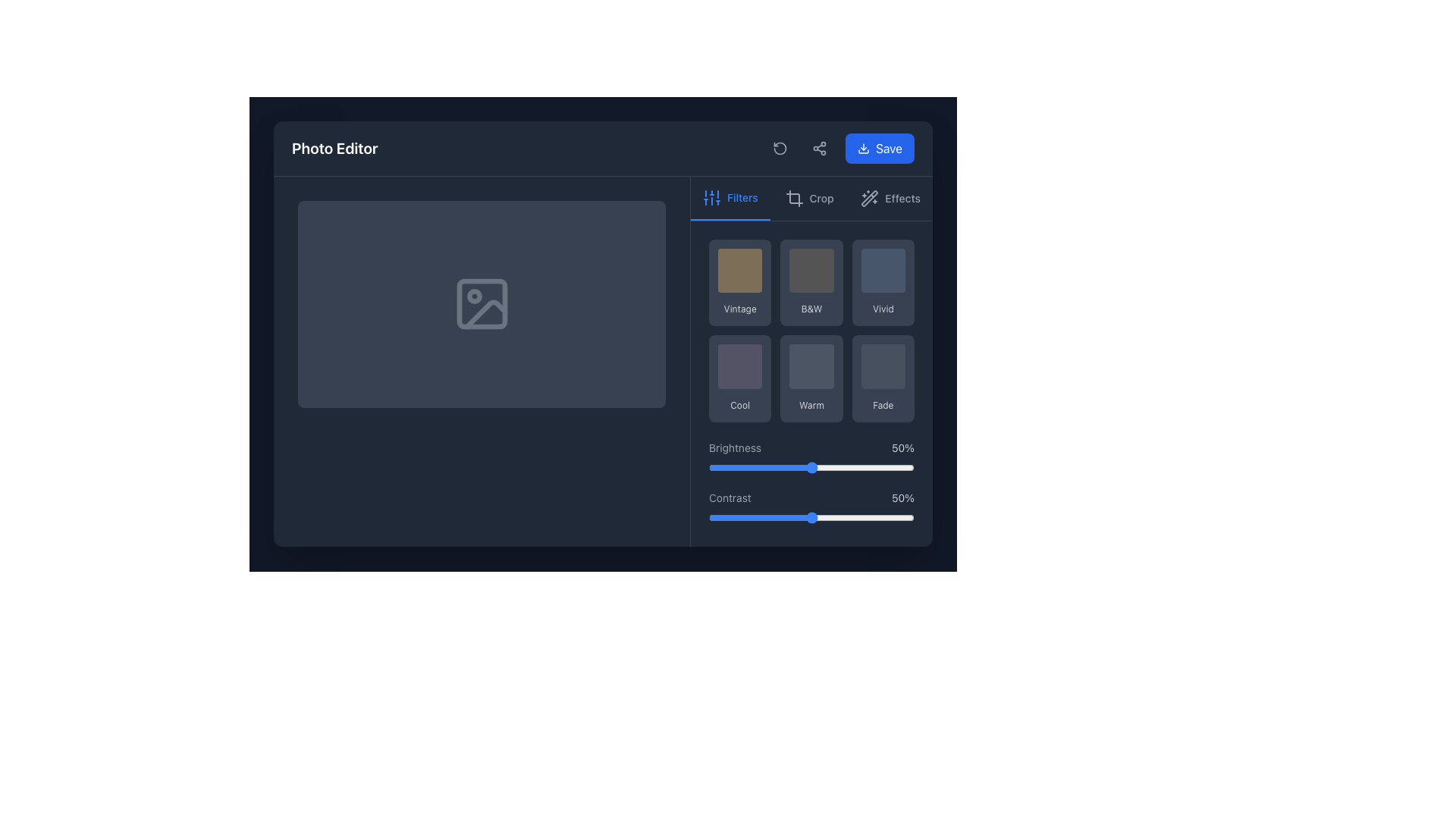 The height and width of the screenshot is (819, 1456). Describe the element at coordinates (740, 283) in the screenshot. I see `the 'Vintage' filter button located in the top row, first column of the filter options in the 'Filters' tab` at that location.